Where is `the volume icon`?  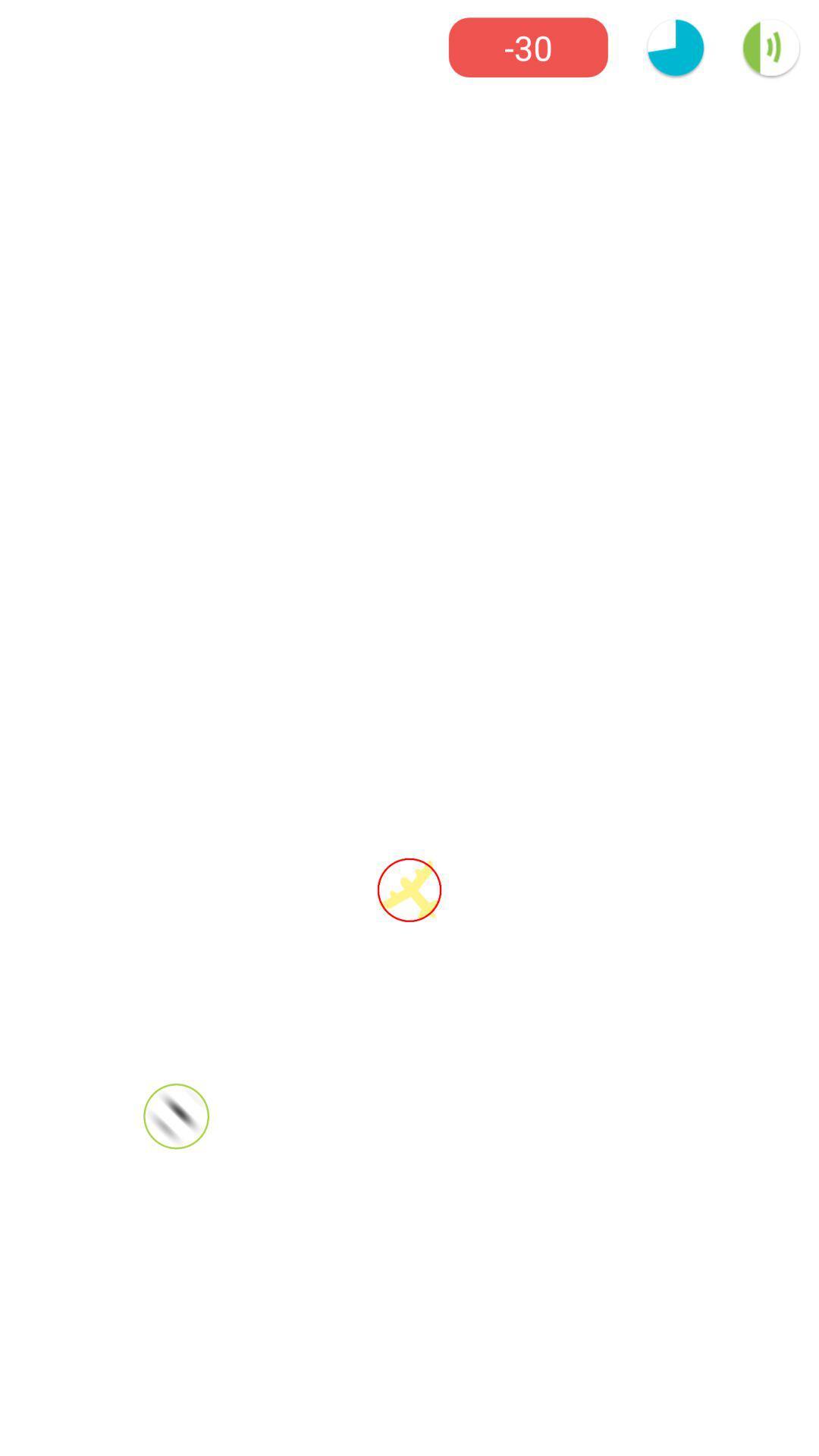
the volume icon is located at coordinates (771, 47).